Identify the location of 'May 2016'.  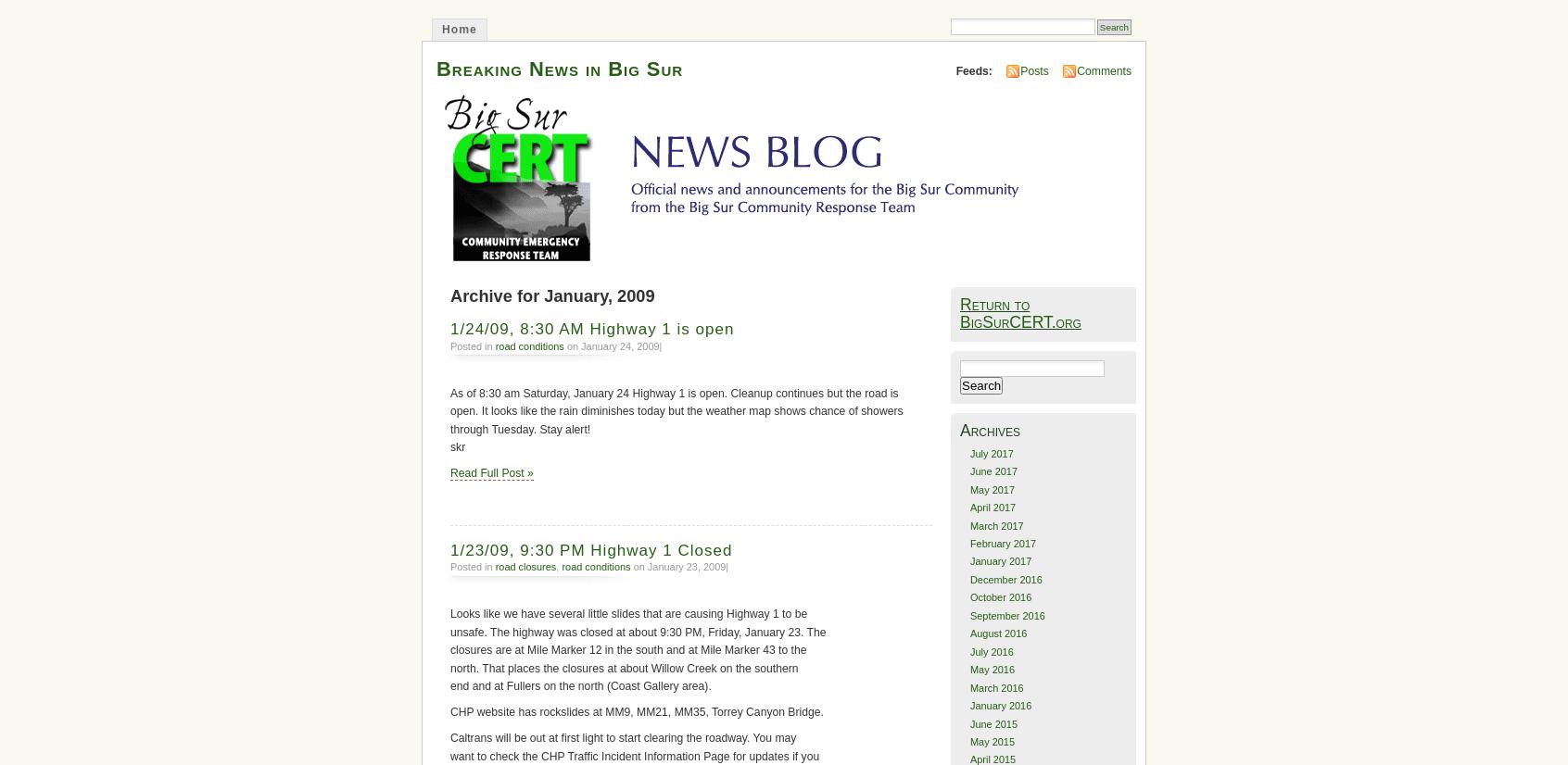
(967, 669).